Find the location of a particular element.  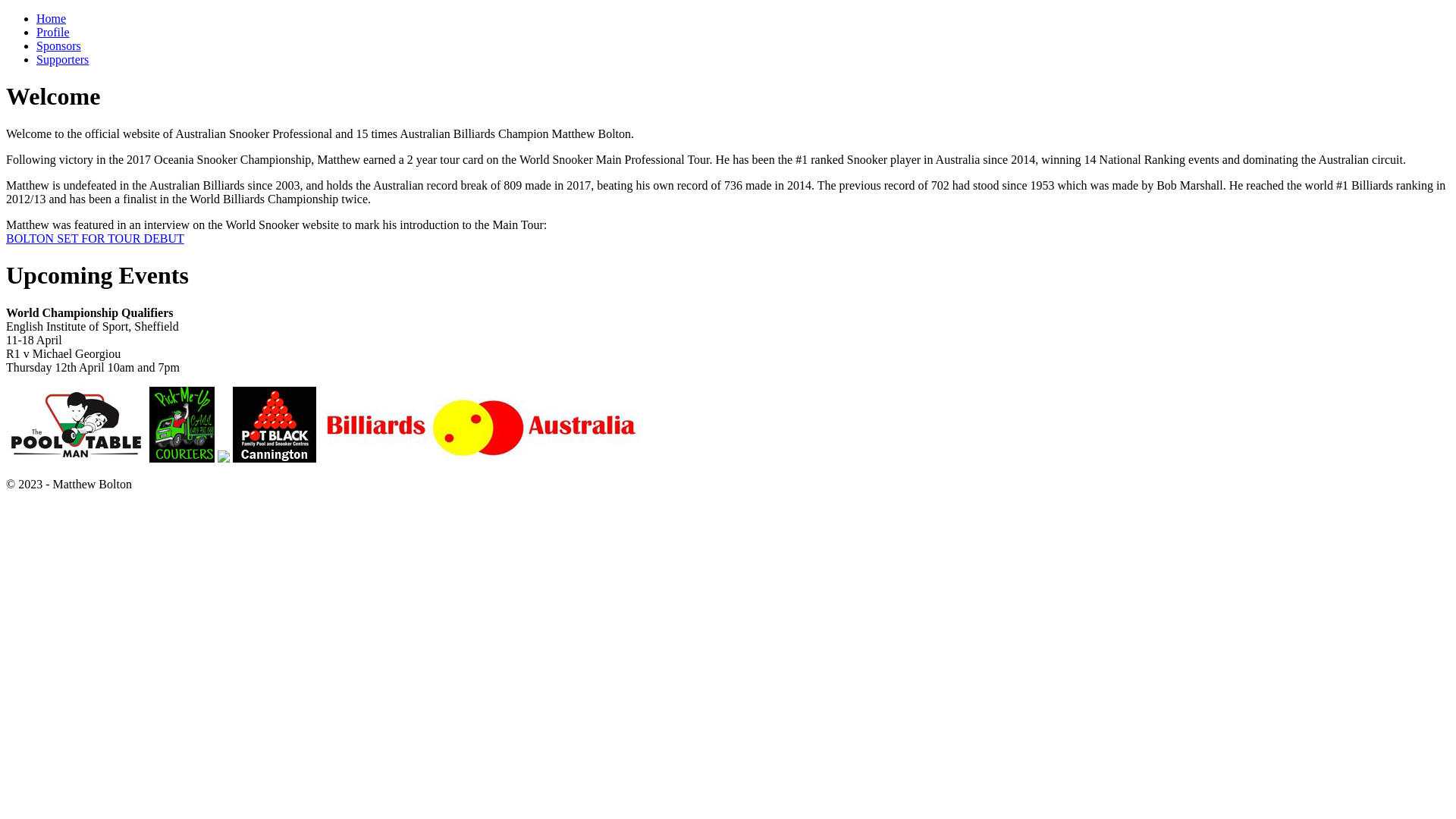

'Profile' is located at coordinates (36, 32).